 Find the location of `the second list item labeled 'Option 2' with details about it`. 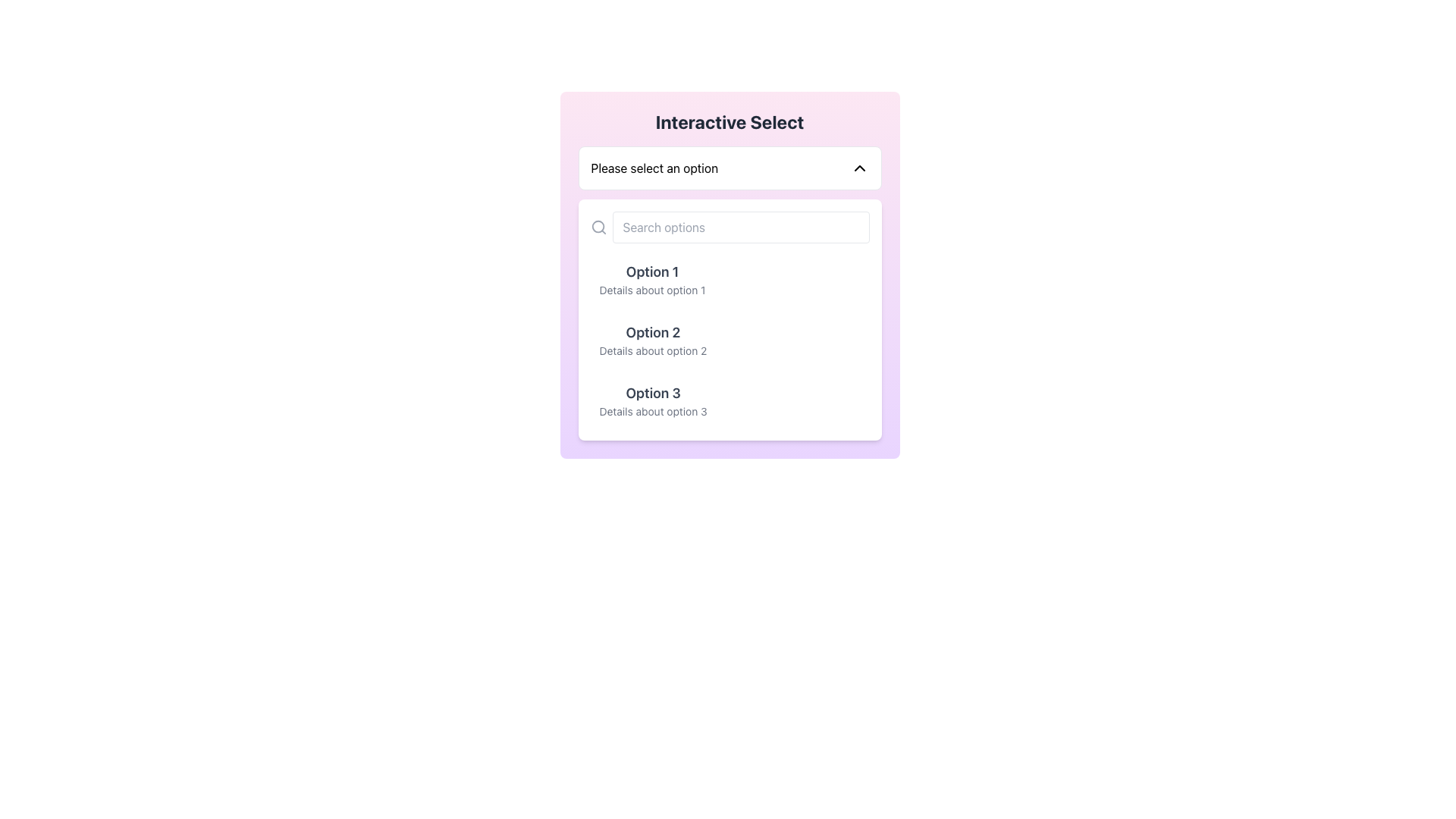

the second list item labeled 'Option 2' with details about it is located at coordinates (730, 339).